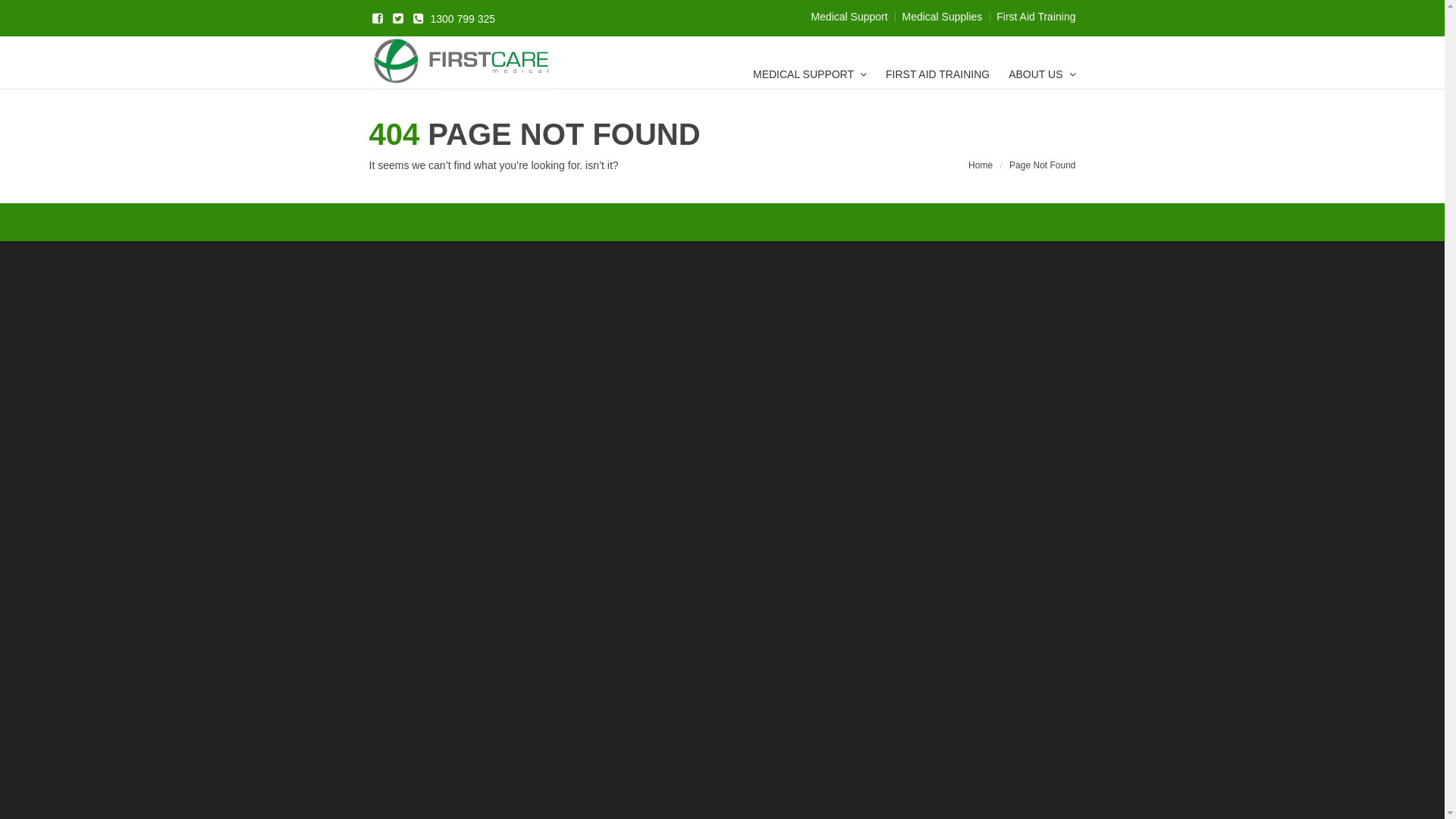 The height and width of the screenshot is (819, 1456). What do you see at coordinates (980, 164) in the screenshot?
I see `'Home'` at bounding box center [980, 164].